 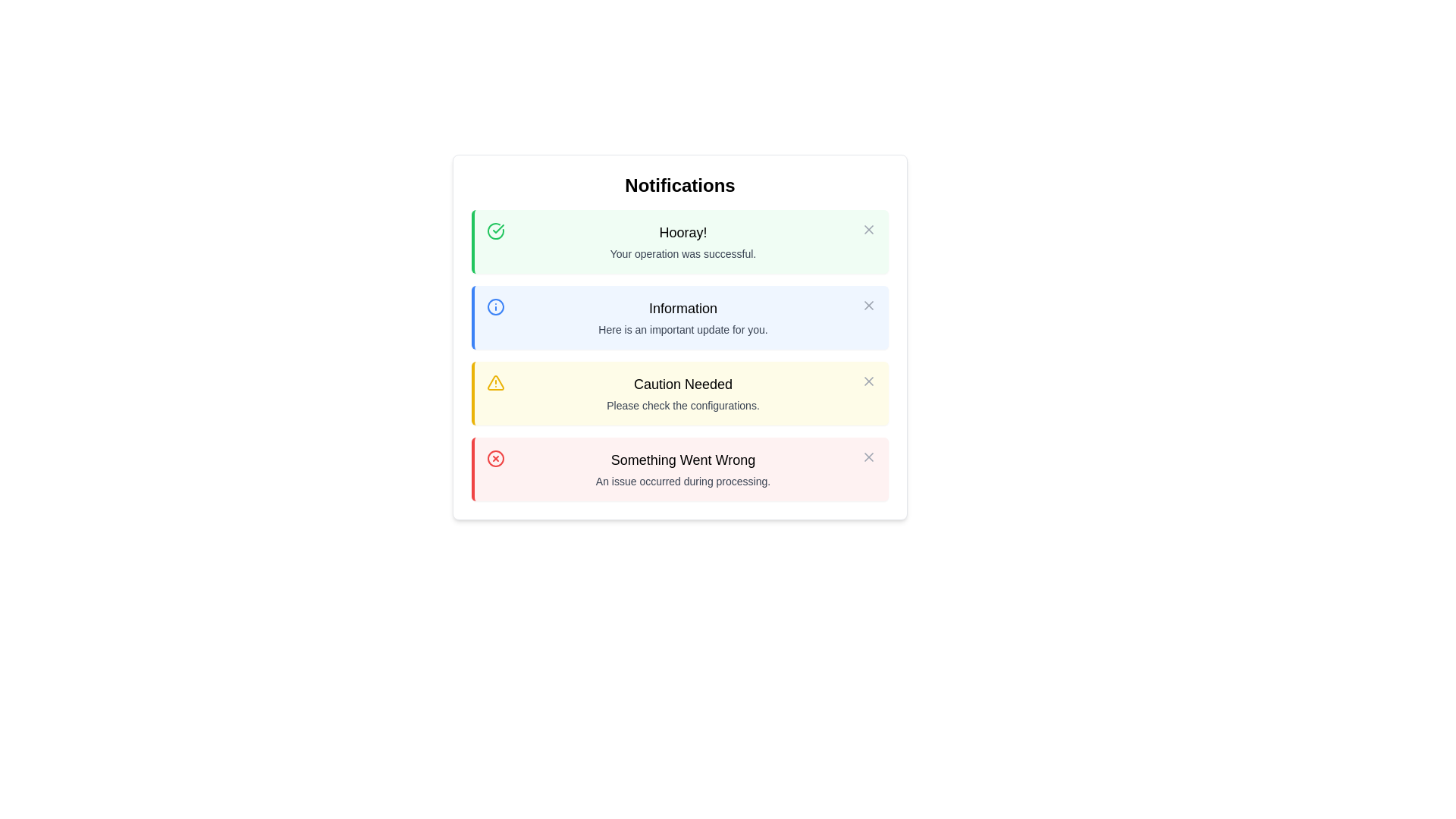 What do you see at coordinates (682, 468) in the screenshot?
I see `message in the fourth notification box with a red border and light red background, titled 'Something Went Wrong.'` at bounding box center [682, 468].